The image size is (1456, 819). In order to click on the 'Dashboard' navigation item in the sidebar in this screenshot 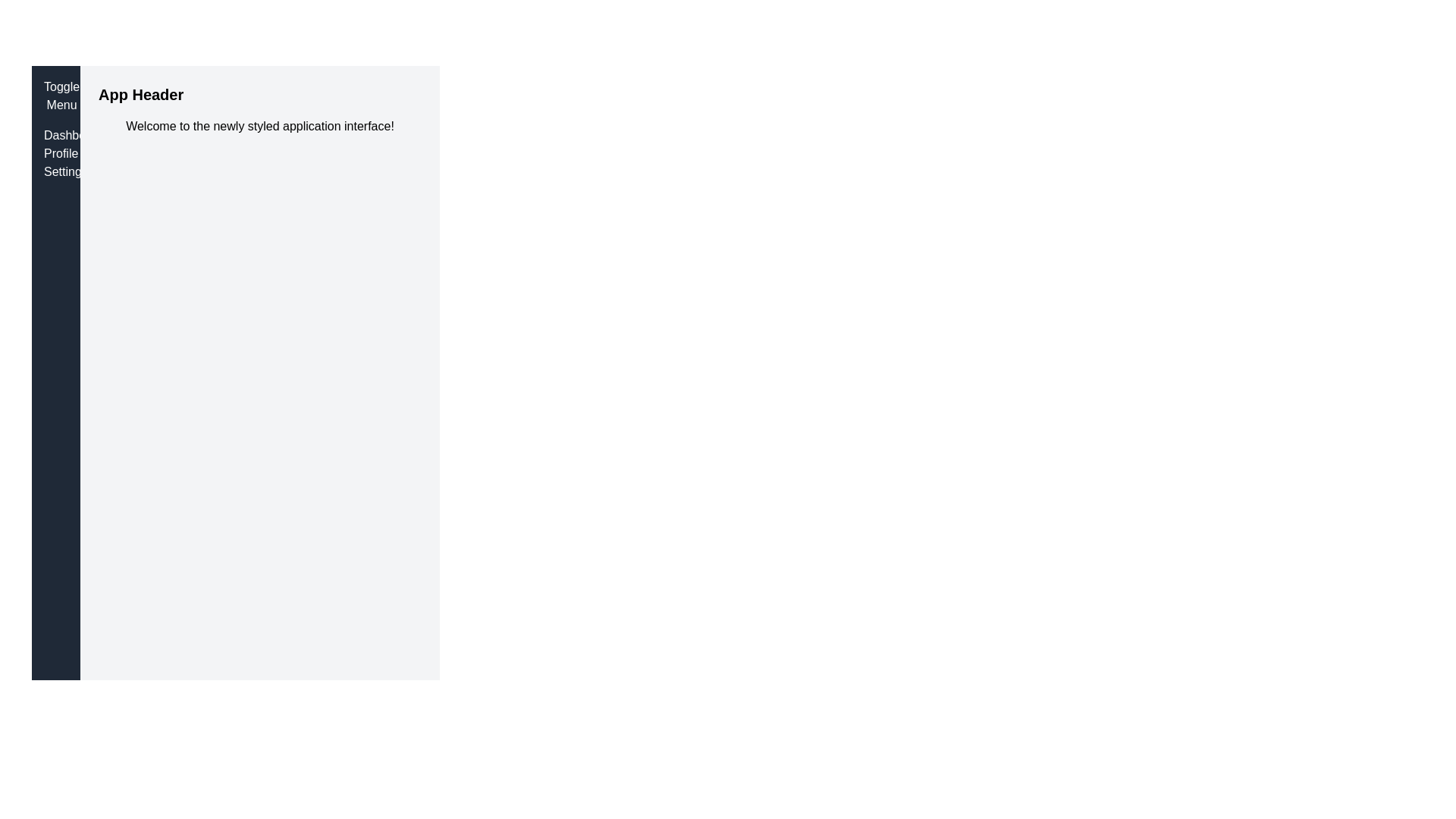, I will do `click(55, 134)`.